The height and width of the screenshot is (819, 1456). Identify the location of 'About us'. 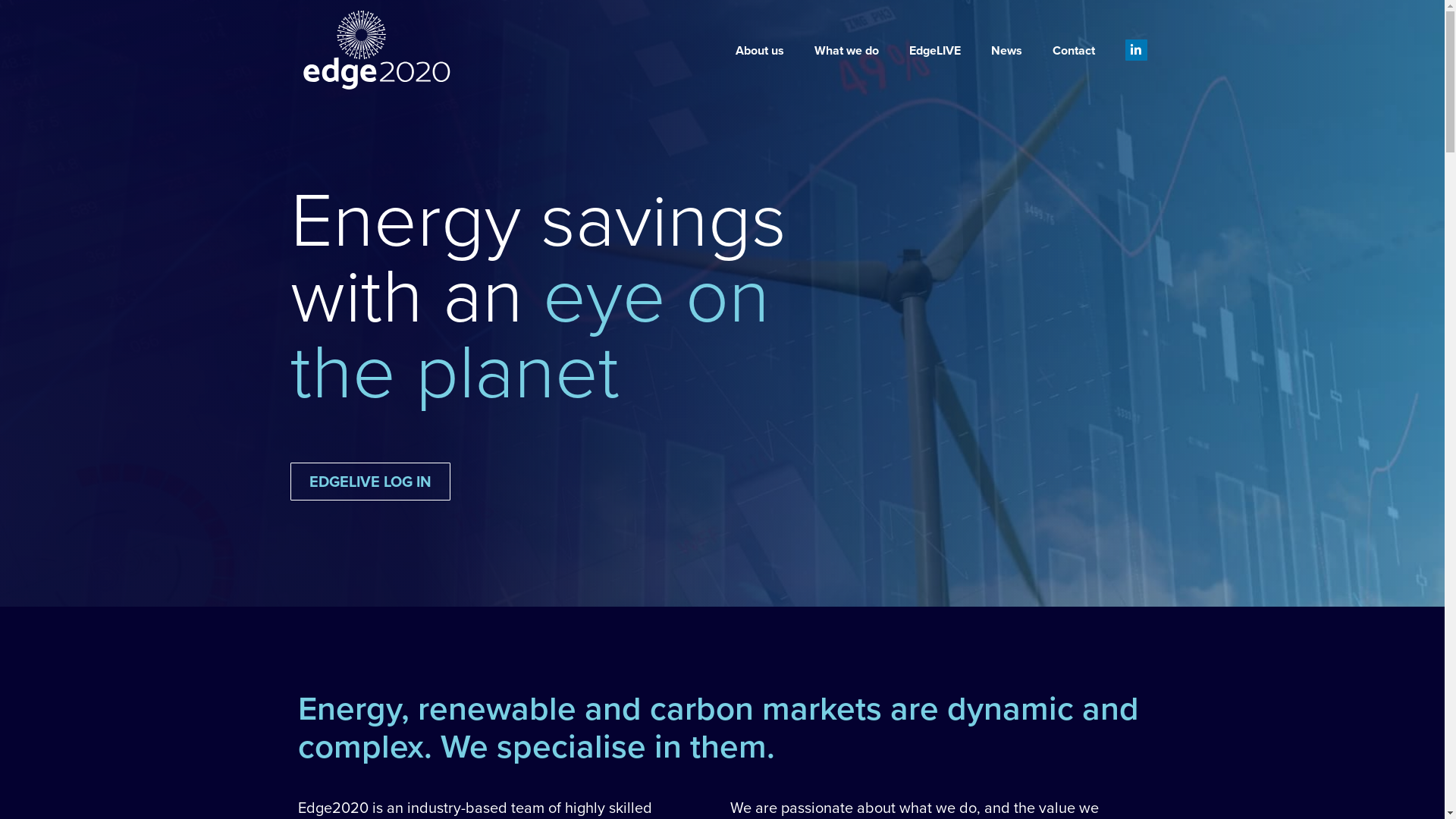
(720, 49).